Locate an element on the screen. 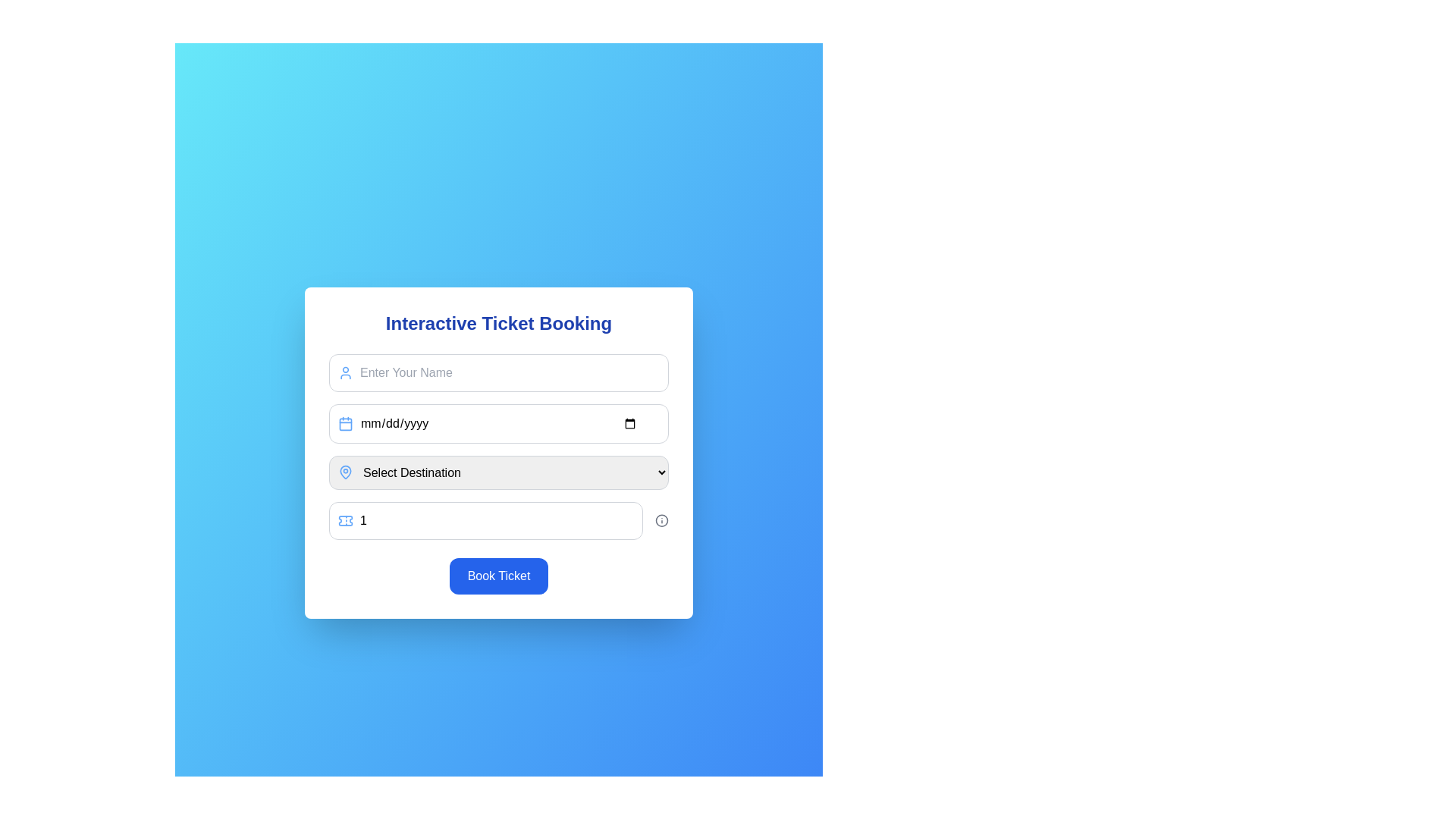 Image resolution: width=1456 pixels, height=819 pixels. the heading that serves as the title or label for the form section, located at the top of the form and positioned directly above the inputs and labels is located at coordinates (498, 322).